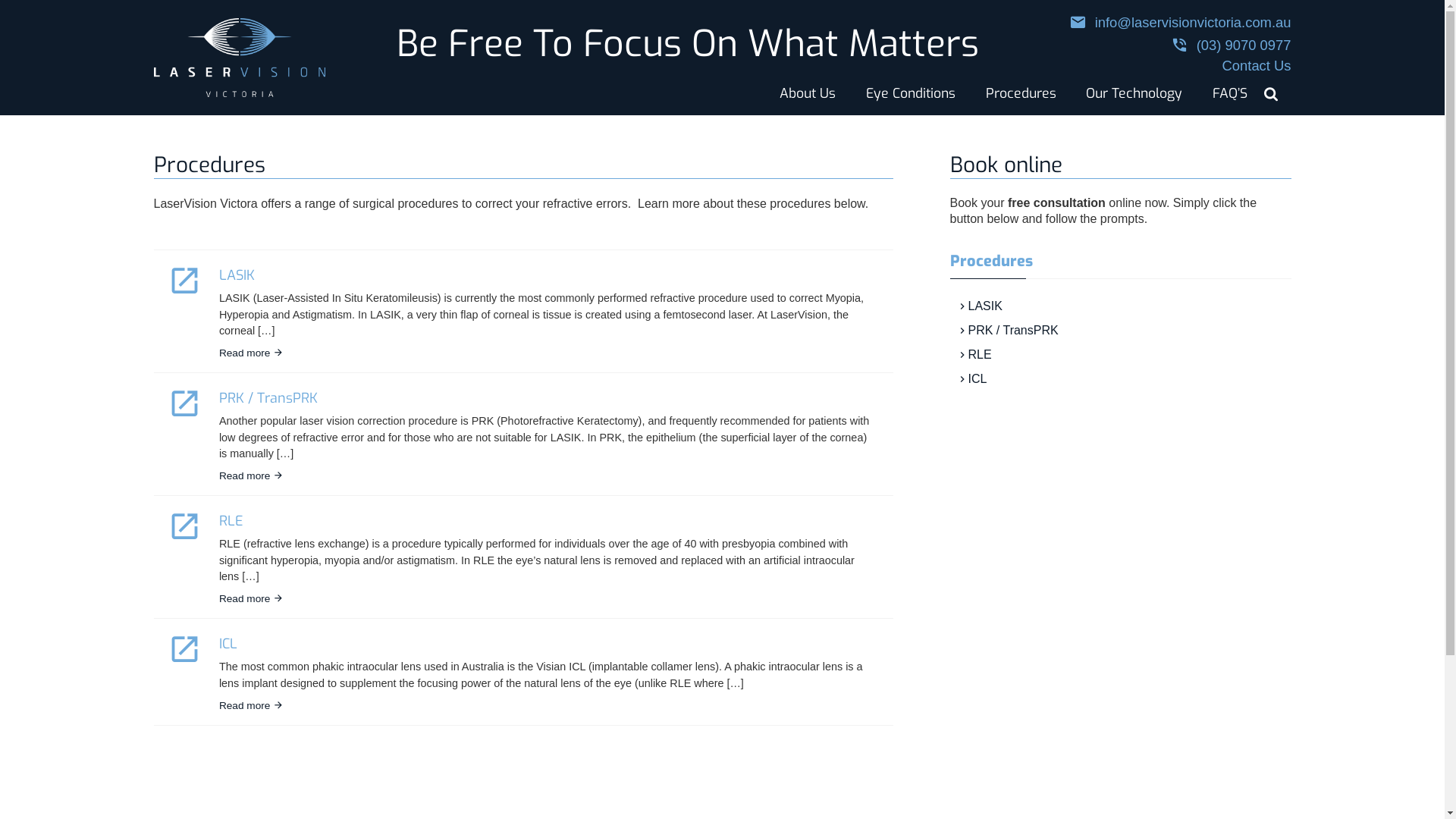 The width and height of the screenshot is (1456, 819). I want to click on 'RLE', so click(231, 519).